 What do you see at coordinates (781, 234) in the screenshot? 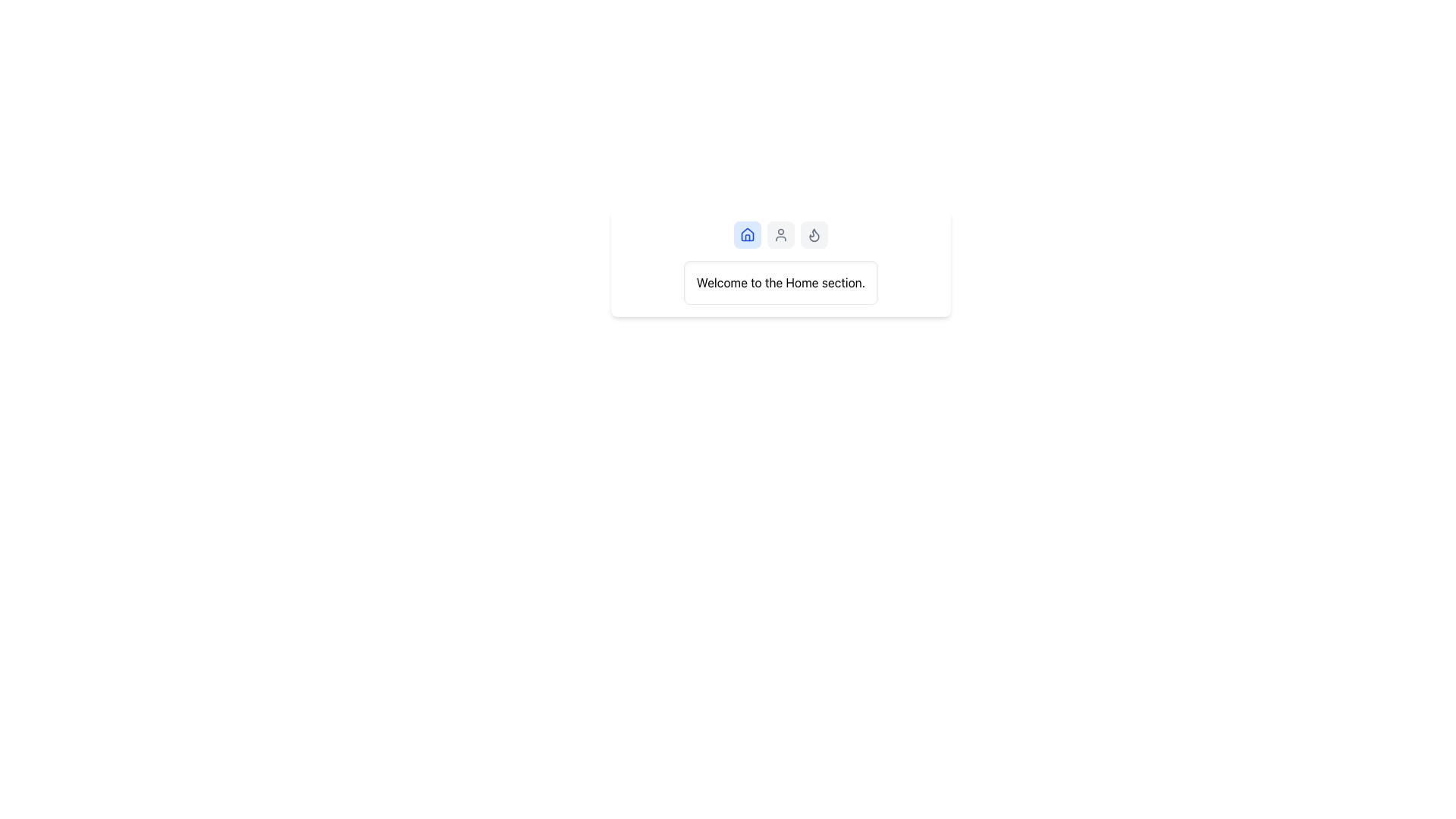
I see `the second button in a row of three buttons, which is represented by a user icon at its center` at bounding box center [781, 234].